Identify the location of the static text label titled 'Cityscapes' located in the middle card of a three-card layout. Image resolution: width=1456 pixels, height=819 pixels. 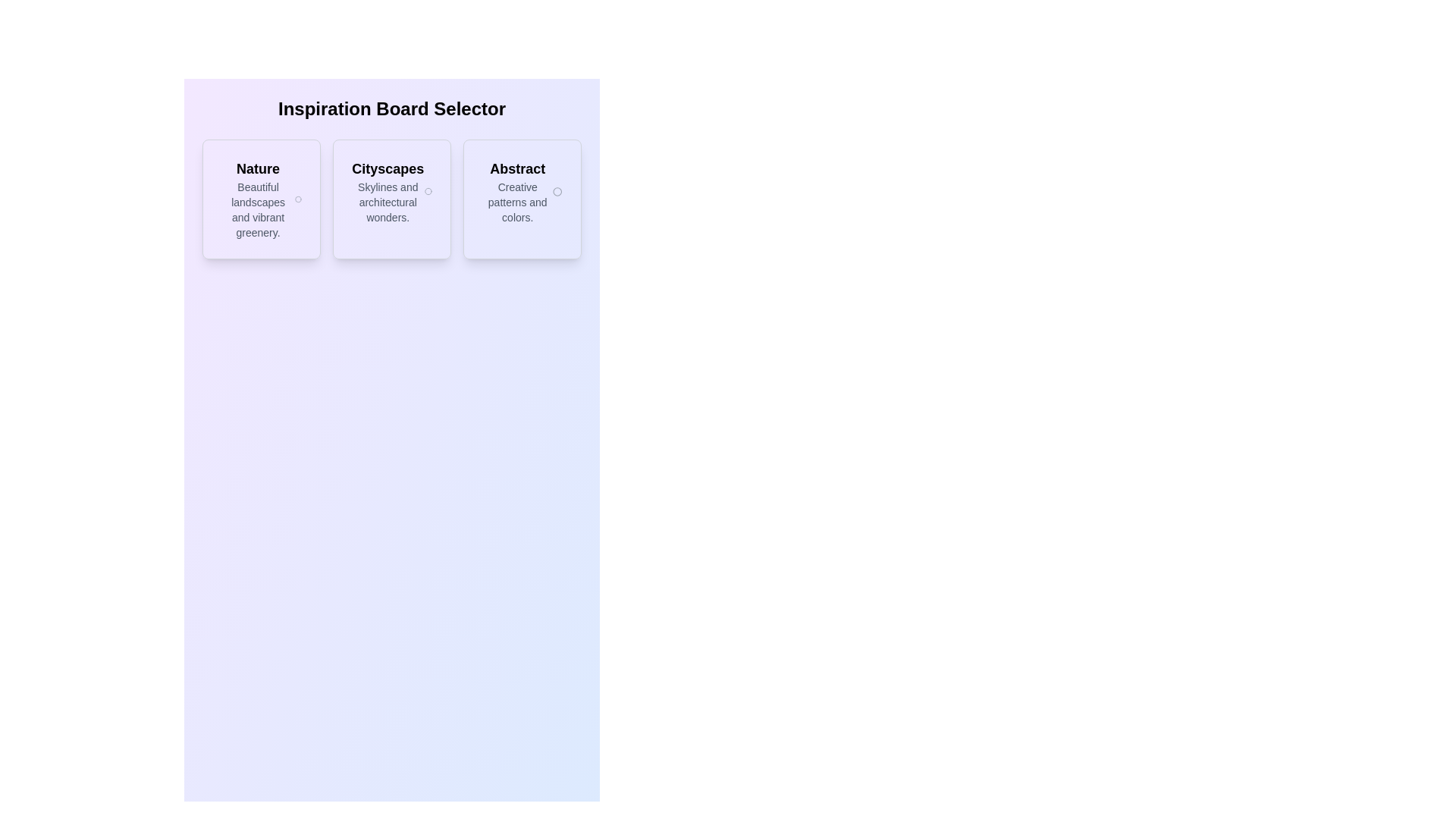
(388, 169).